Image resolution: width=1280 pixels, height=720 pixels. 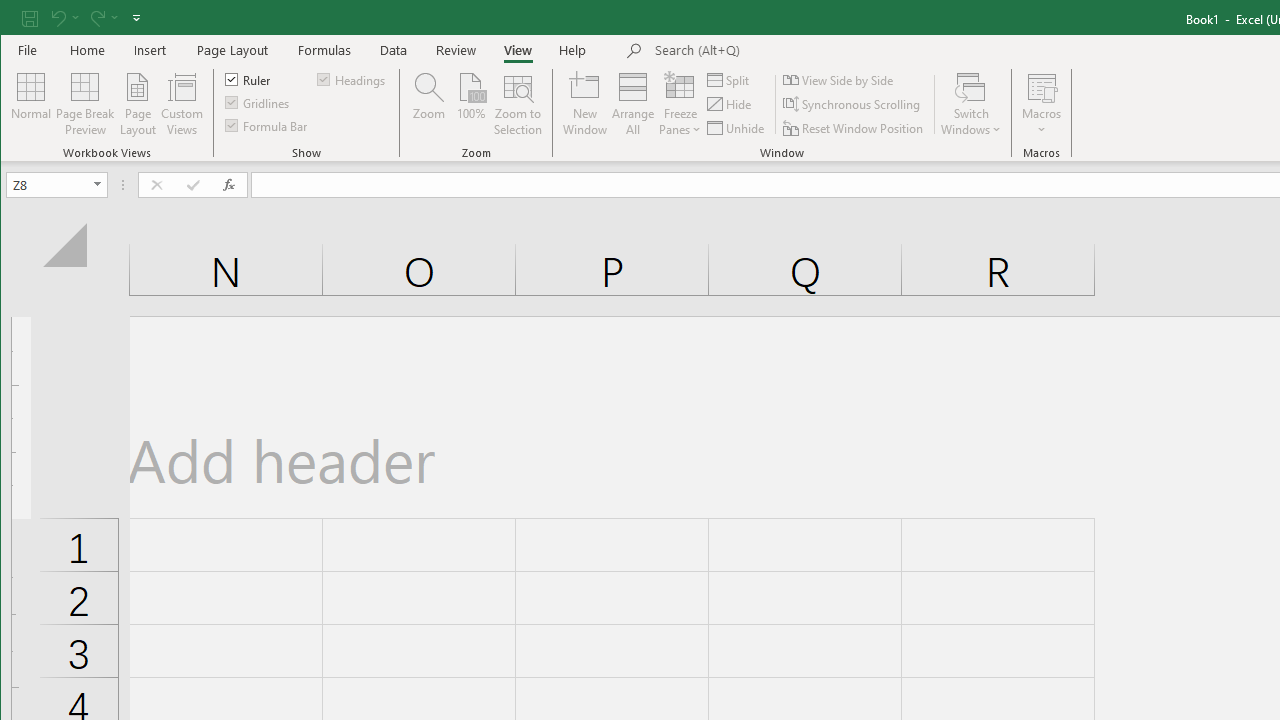 I want to click on 'Gridlines', so click(x=257, y=102).